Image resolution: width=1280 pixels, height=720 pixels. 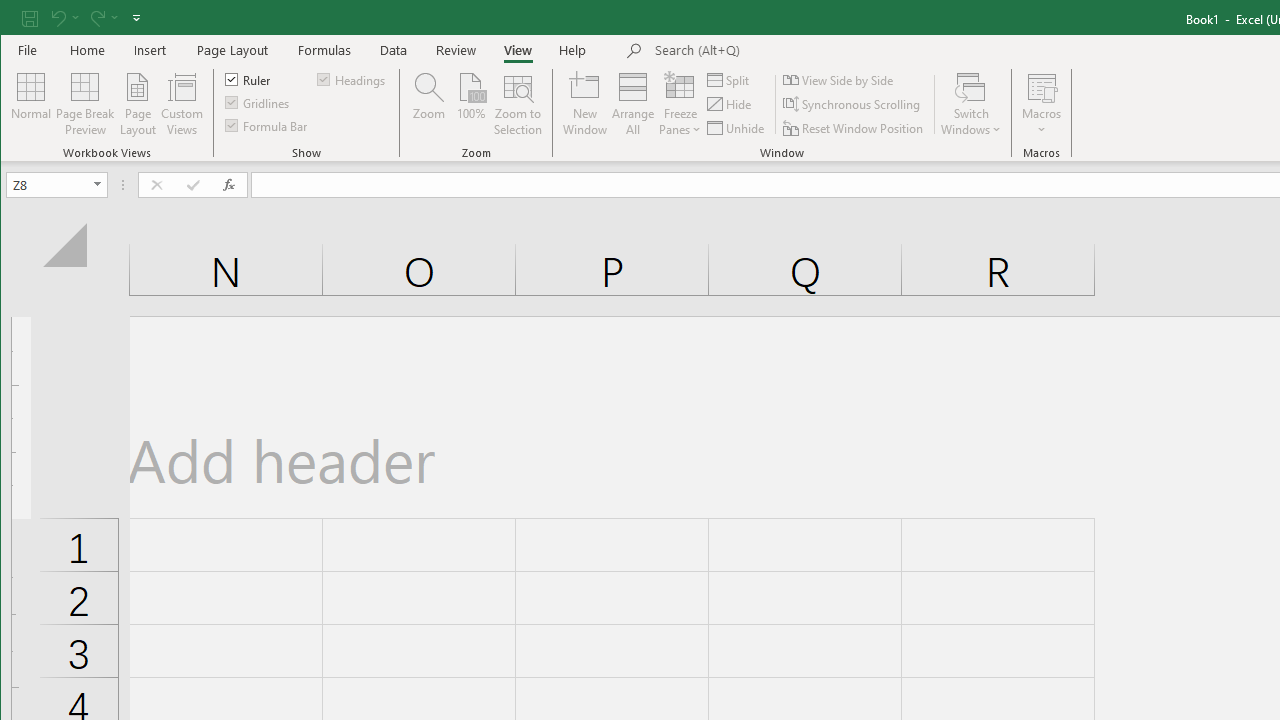 I want to click on 'Gridlines', so click(x=257, y=102).